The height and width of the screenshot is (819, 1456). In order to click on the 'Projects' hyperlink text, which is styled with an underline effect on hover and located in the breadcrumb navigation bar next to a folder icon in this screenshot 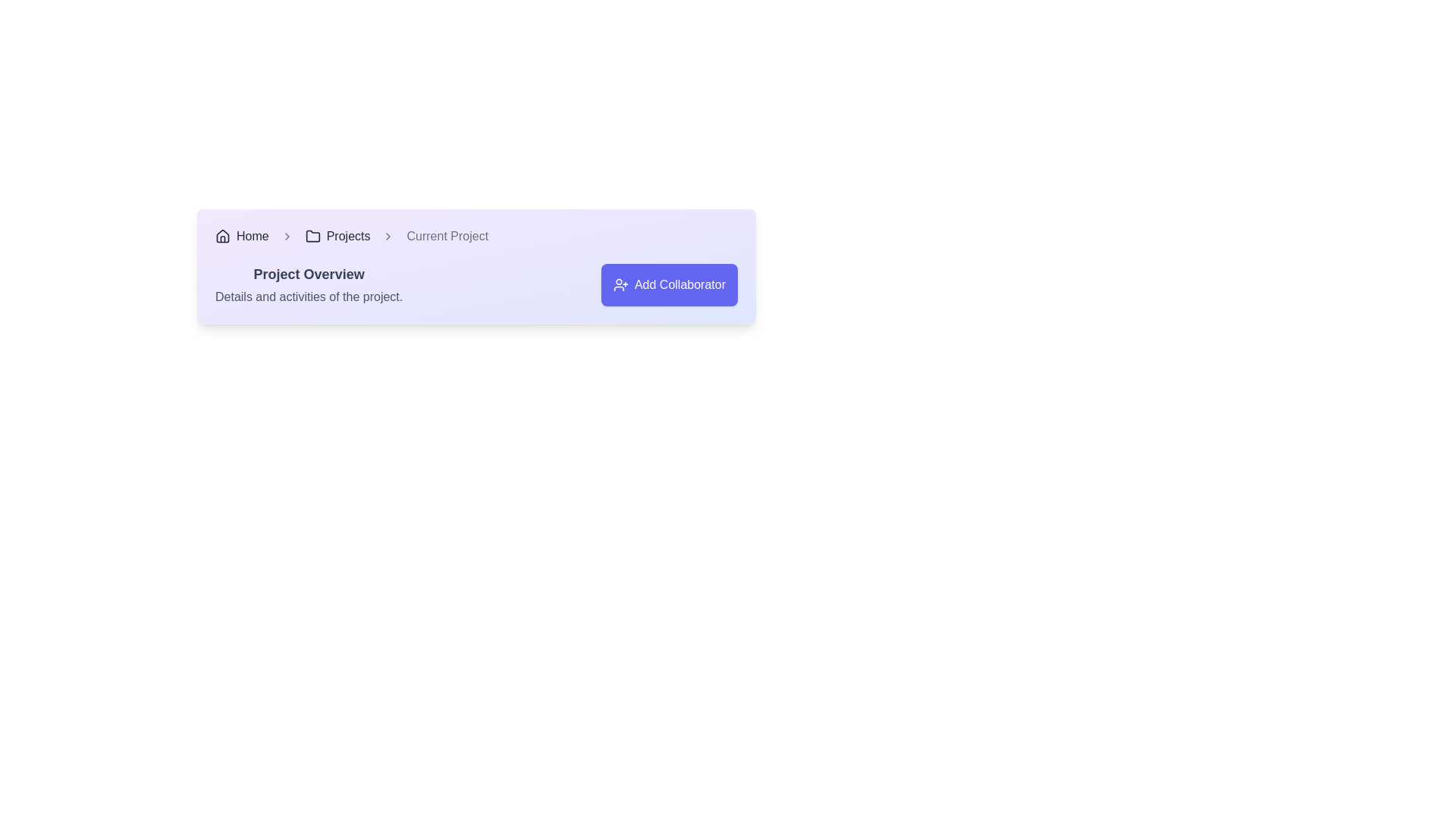, I will do `click(347, 237)`.